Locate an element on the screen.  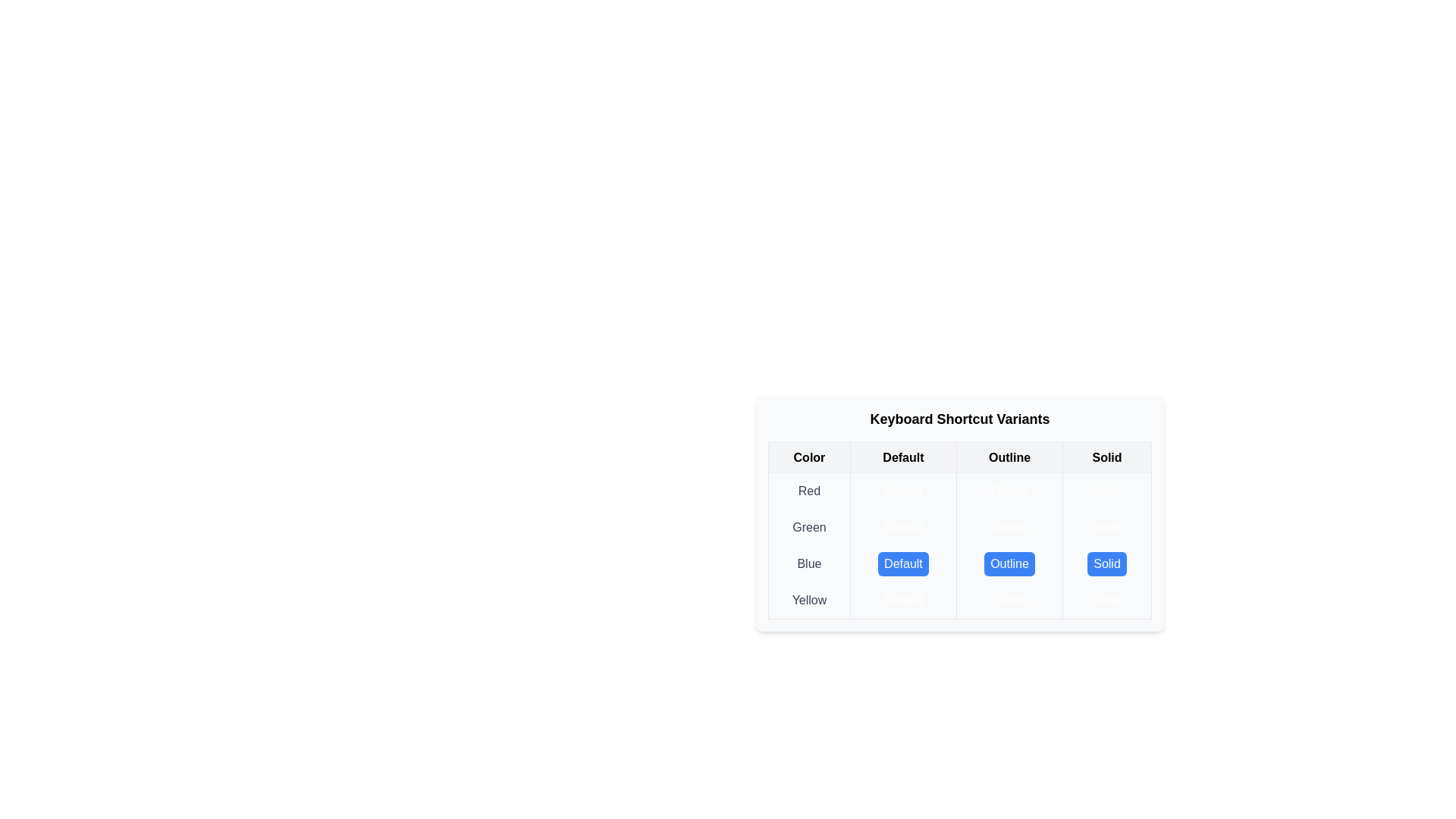
the rectangular green button labeled 'Outline' to observe its hover effect is located at coordinates (1009, 526).